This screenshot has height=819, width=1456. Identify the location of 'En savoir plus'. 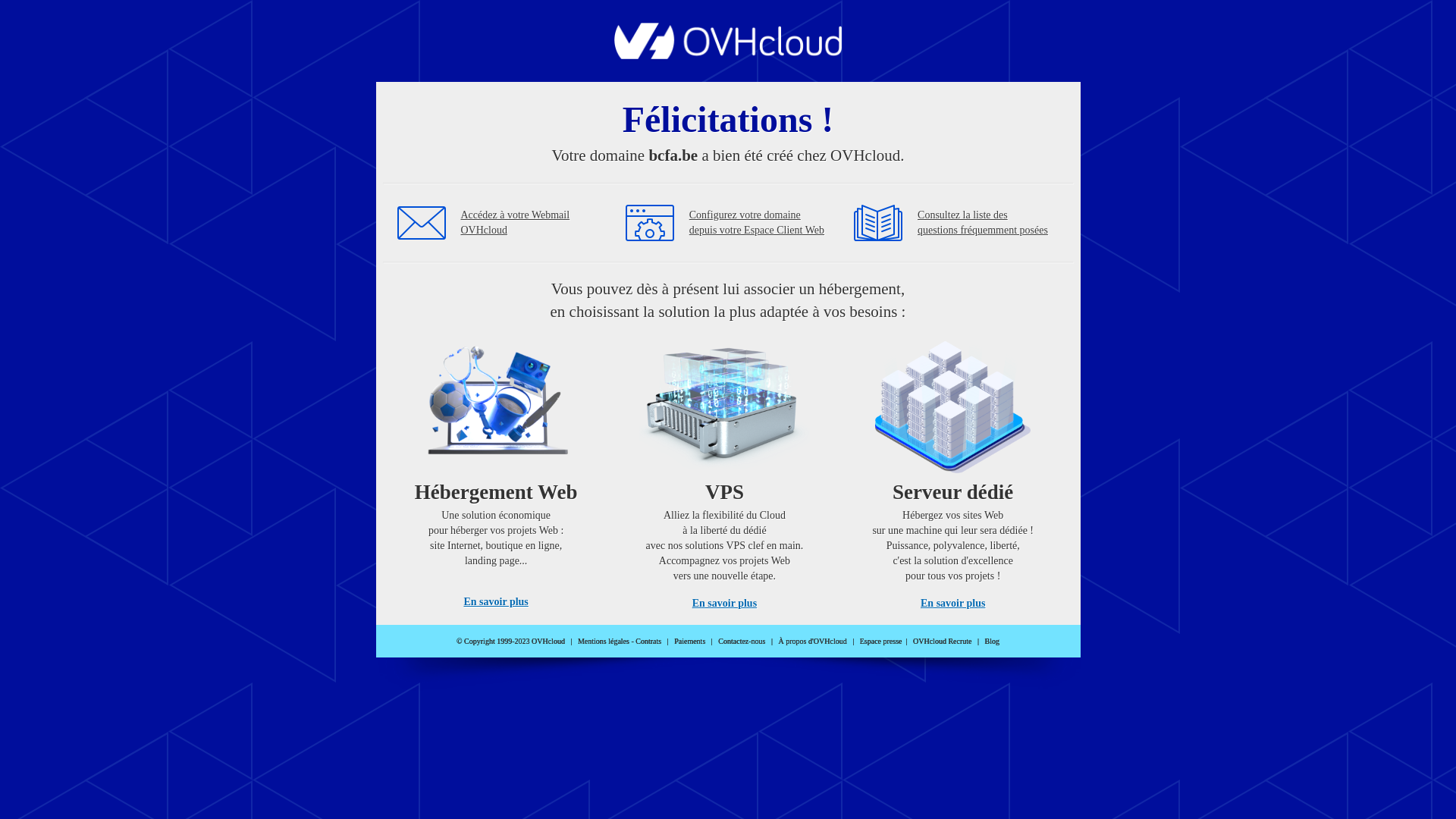
(952, 602).